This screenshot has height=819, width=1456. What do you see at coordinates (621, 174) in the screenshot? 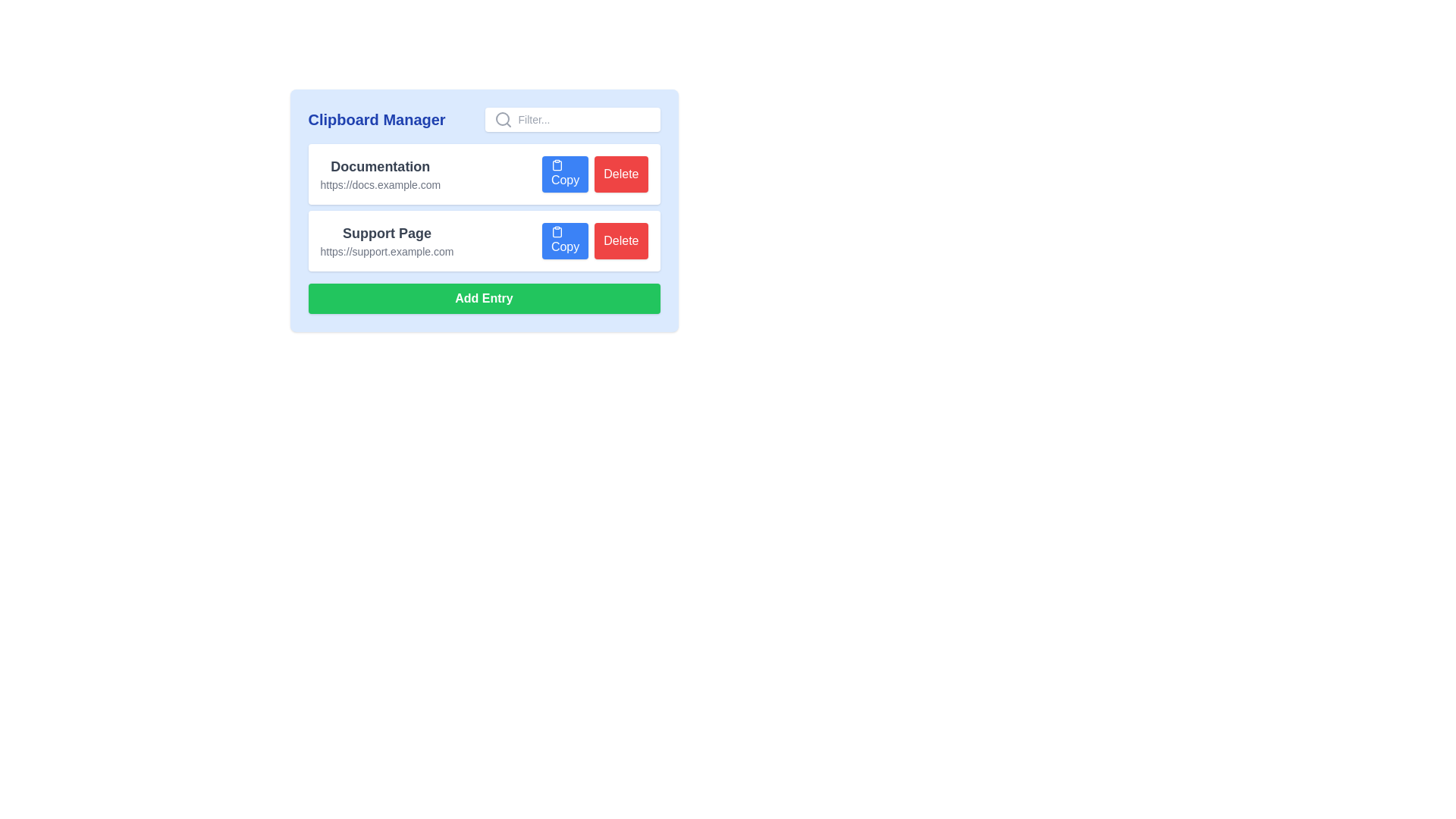
I see `the delete button located to the right of the 'Copy' button in the top right corner of the 'Documentation' entry field` at bounding box center [621, 174].